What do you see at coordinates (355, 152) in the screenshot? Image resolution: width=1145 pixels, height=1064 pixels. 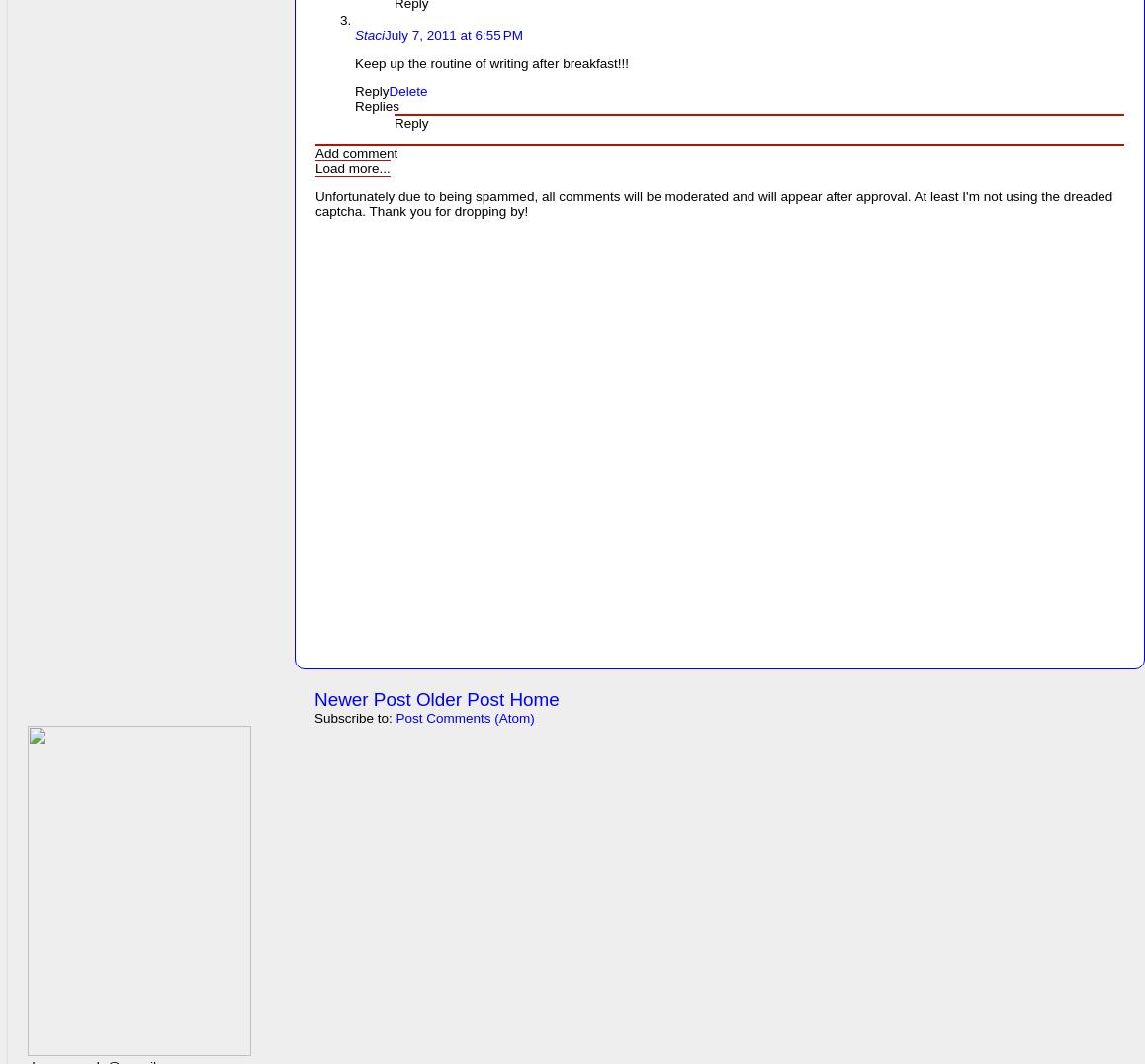 I see `'Add comment'` at bounding box center [355, 152].